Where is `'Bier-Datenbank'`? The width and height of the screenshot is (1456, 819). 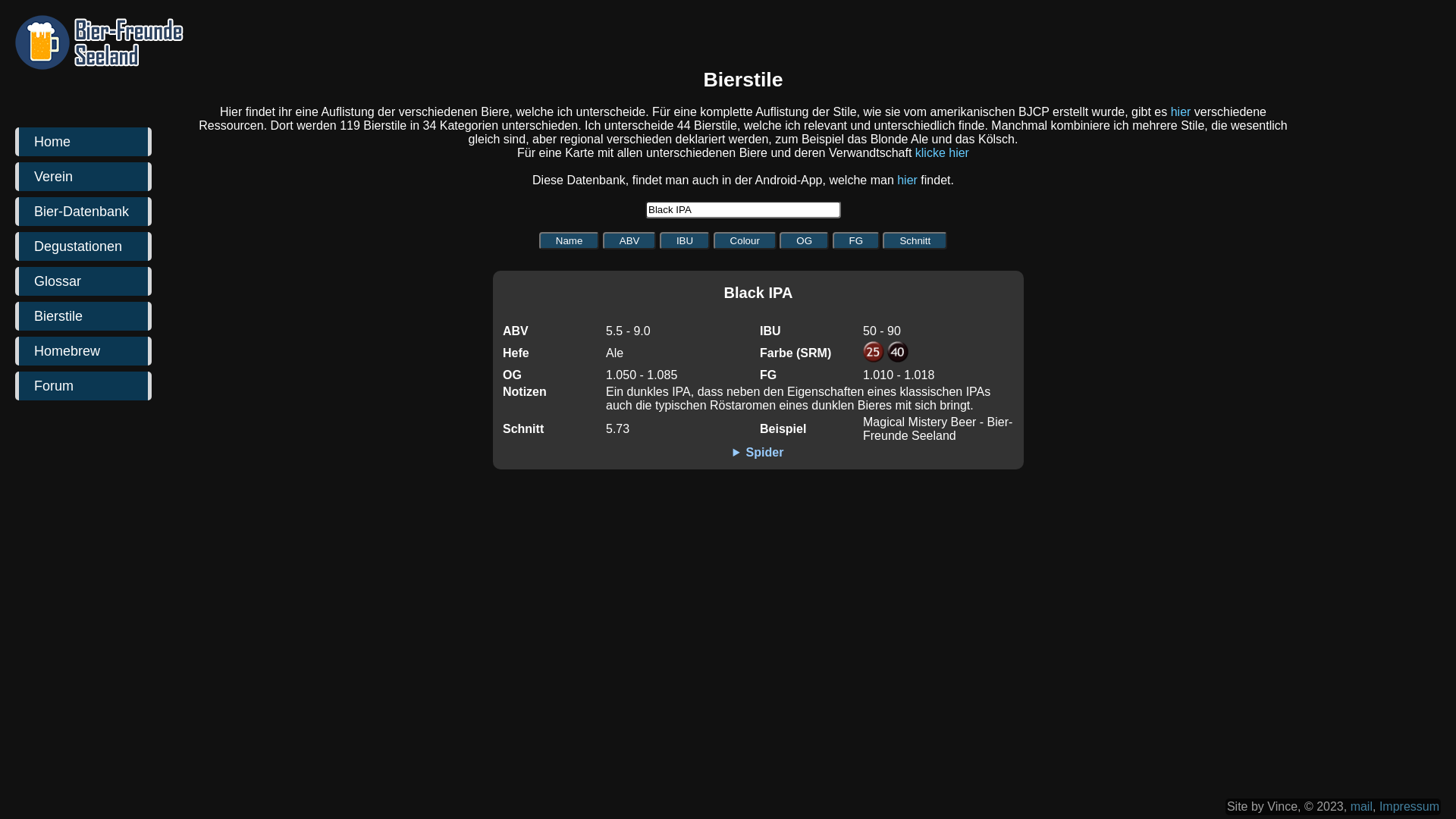 'Bier-Datenbank' is located at coordinates (83, 211).